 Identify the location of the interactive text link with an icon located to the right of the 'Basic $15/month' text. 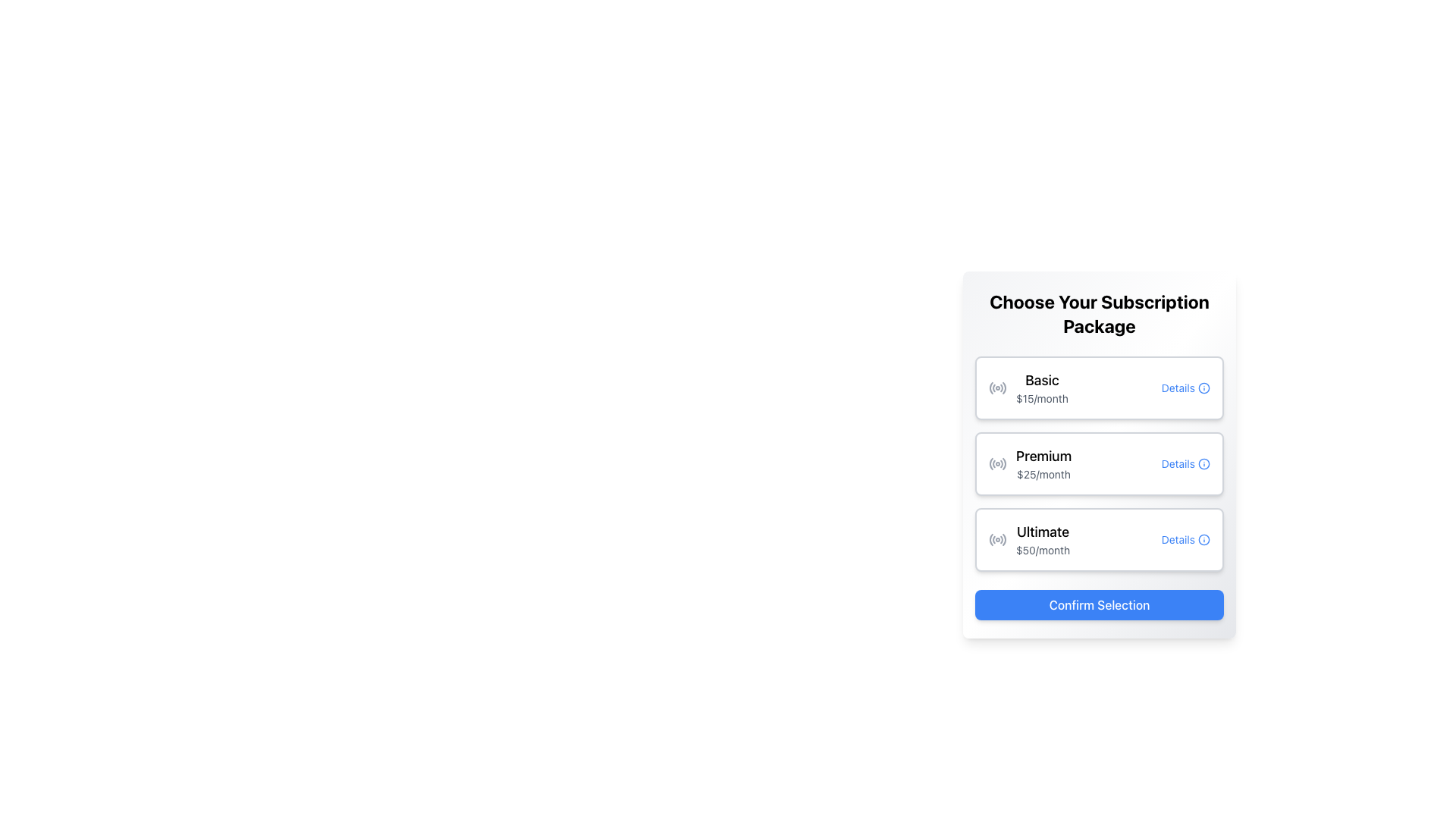
(1185, 388).